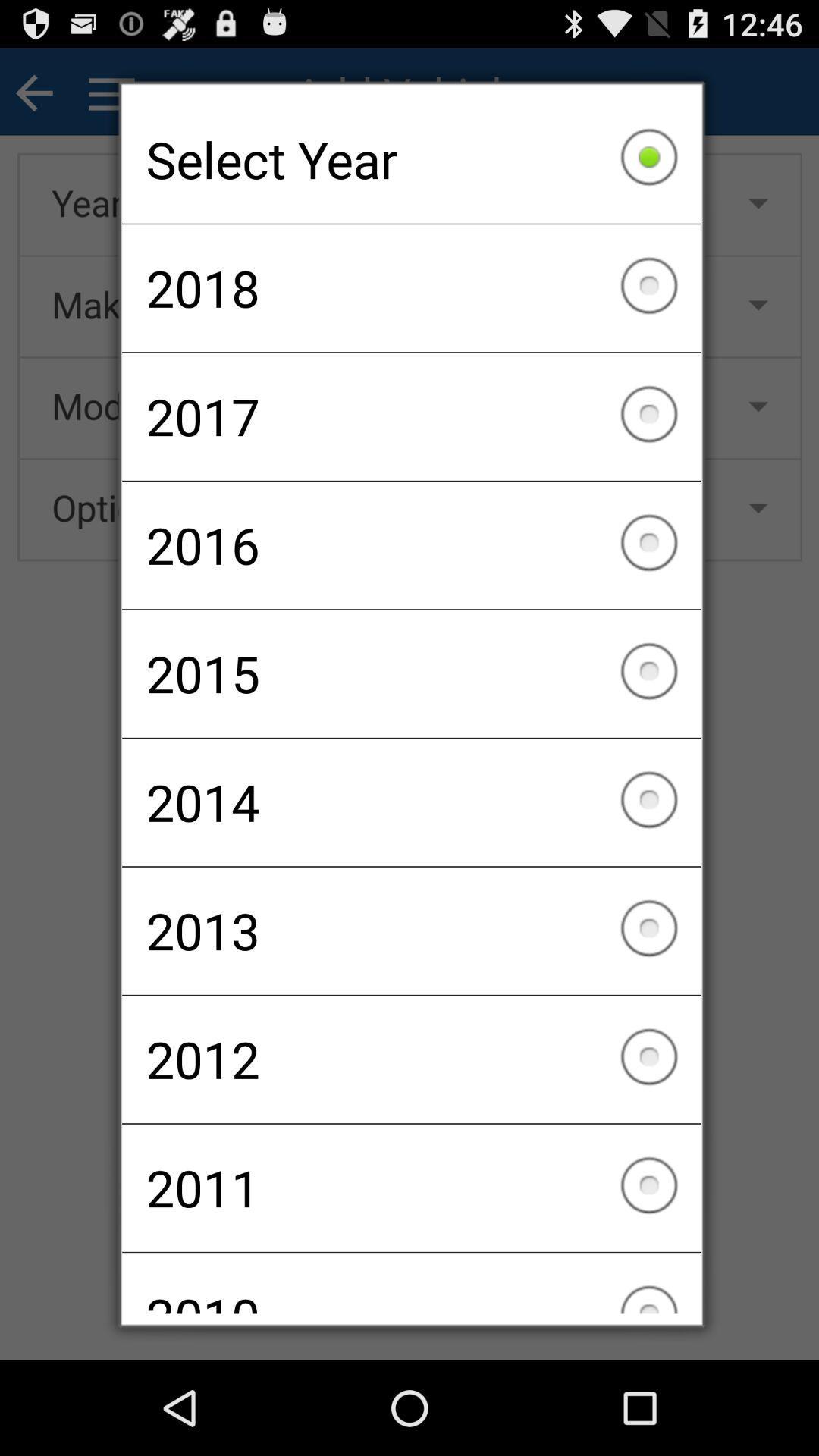  I want to click on the icon above 2017 checkbox, so click(411, 288).